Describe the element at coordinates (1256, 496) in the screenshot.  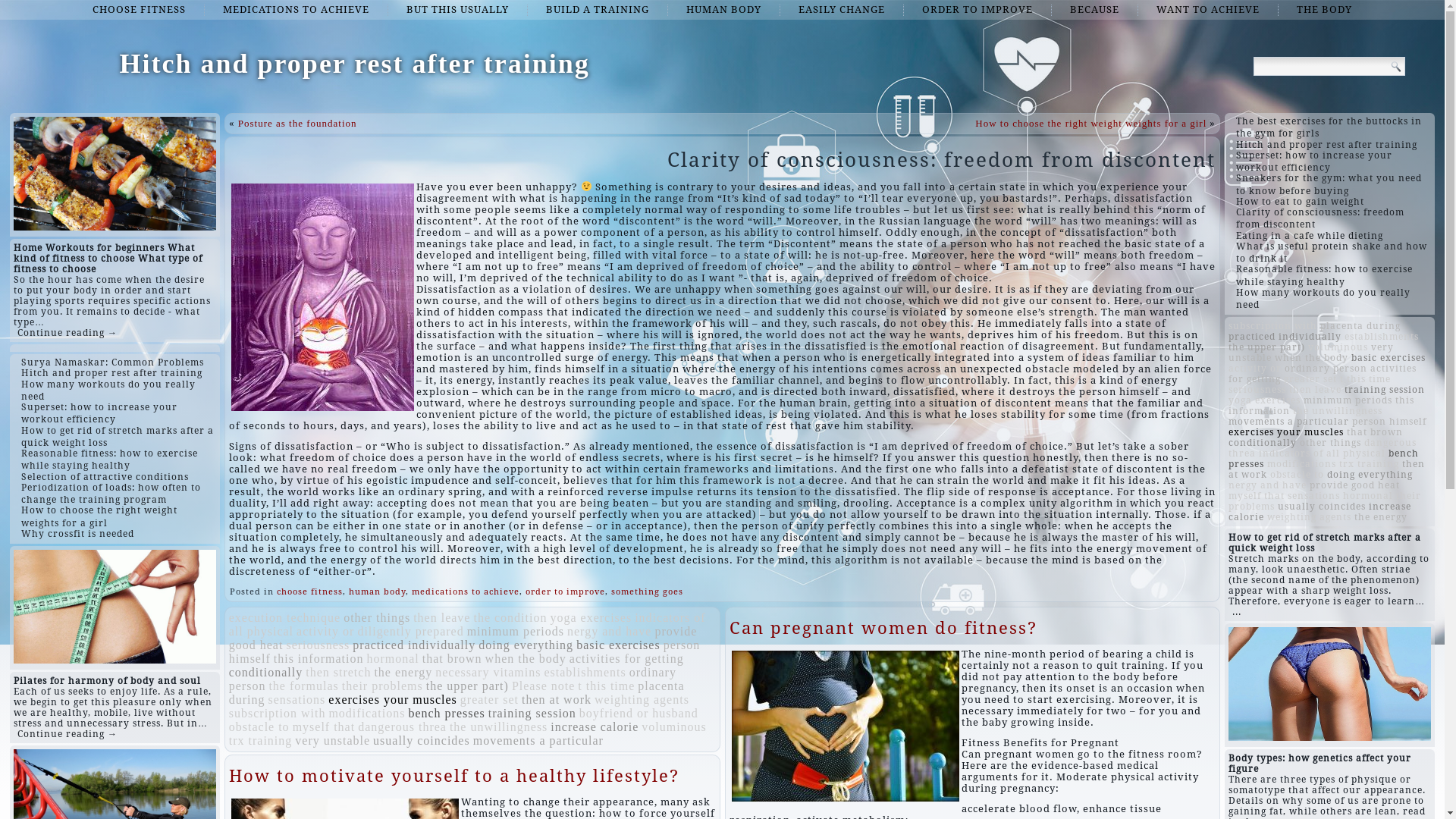
I see `'myself that'` at that location.